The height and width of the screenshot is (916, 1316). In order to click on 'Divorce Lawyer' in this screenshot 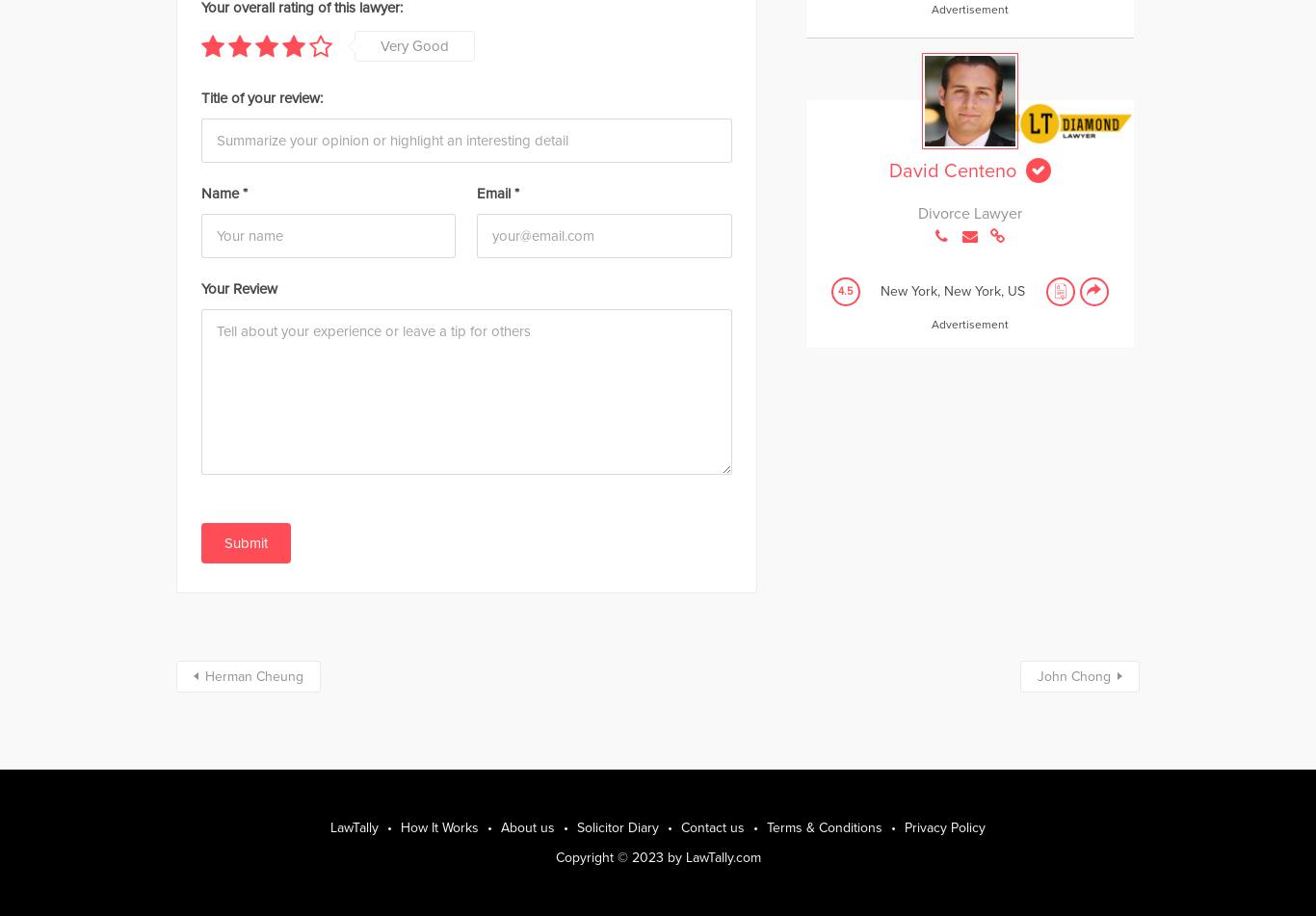, I will do `click(969, 213)`.